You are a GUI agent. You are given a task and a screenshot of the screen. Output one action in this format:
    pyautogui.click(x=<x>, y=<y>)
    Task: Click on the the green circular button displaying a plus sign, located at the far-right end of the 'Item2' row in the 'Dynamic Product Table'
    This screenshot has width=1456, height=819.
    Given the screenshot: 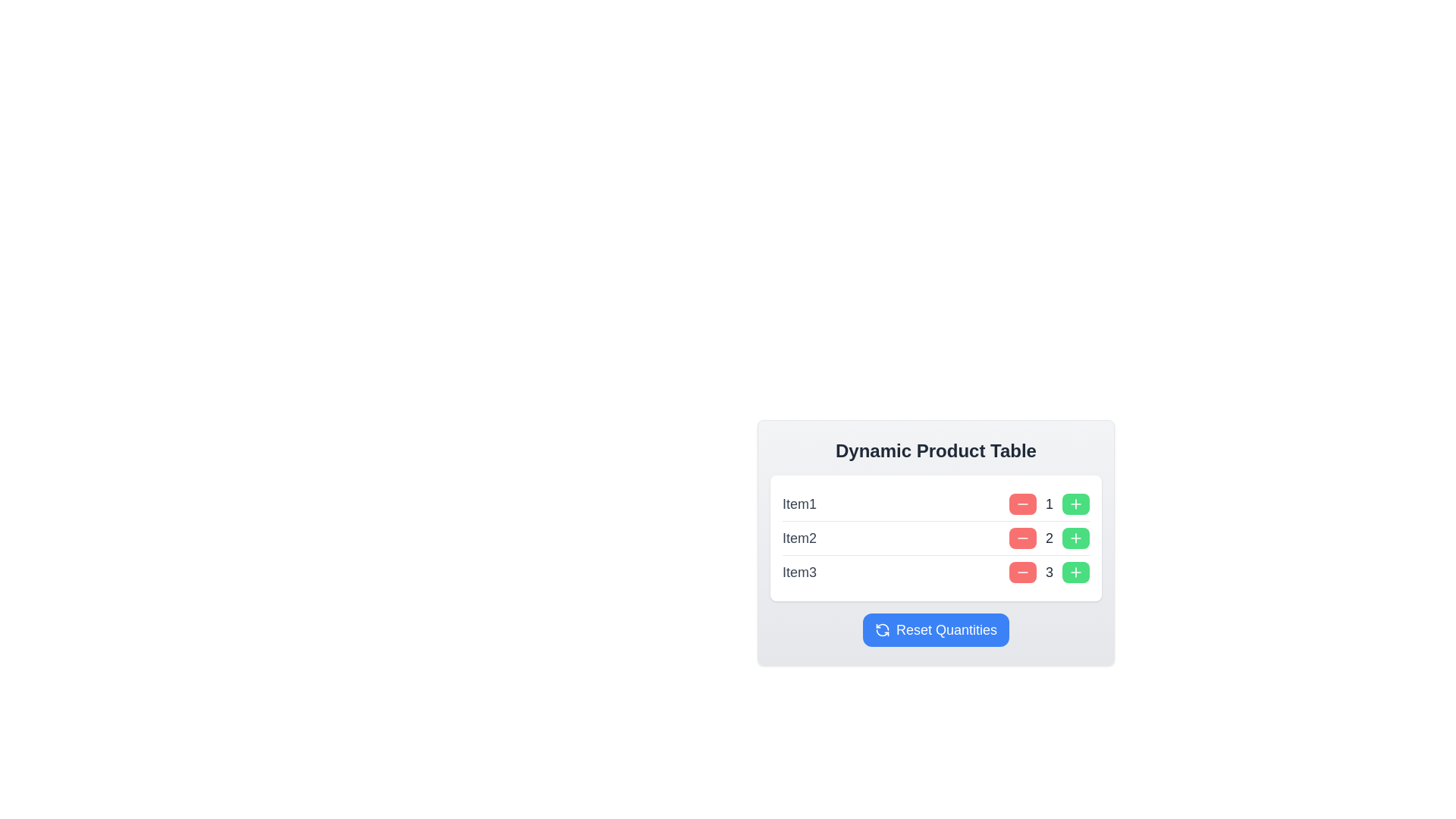 What is the action you would take?
    pyautogui.click(x=1075, y=537)
    